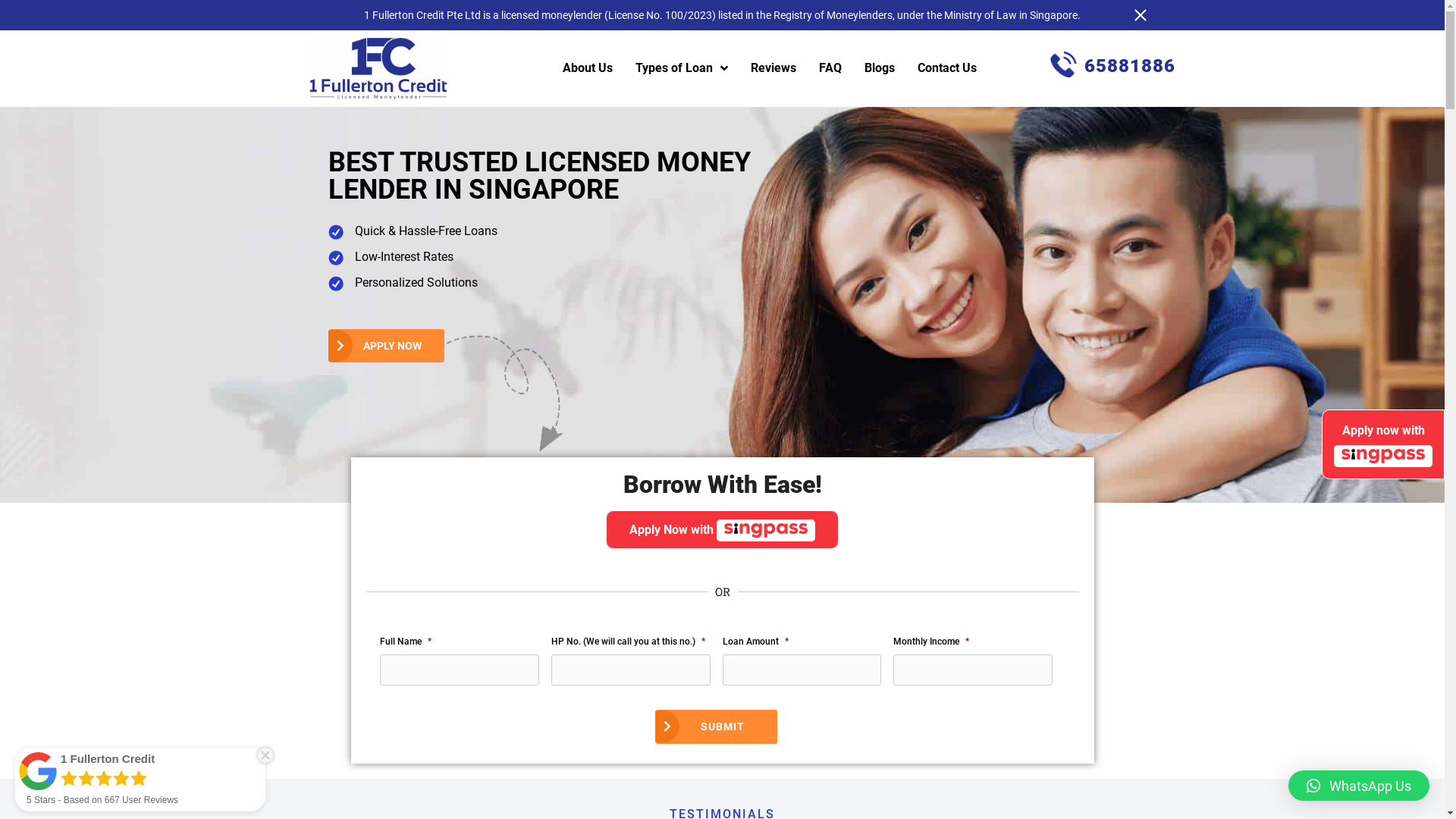  I want to click on 'Apply now with', so click(1320, 444).